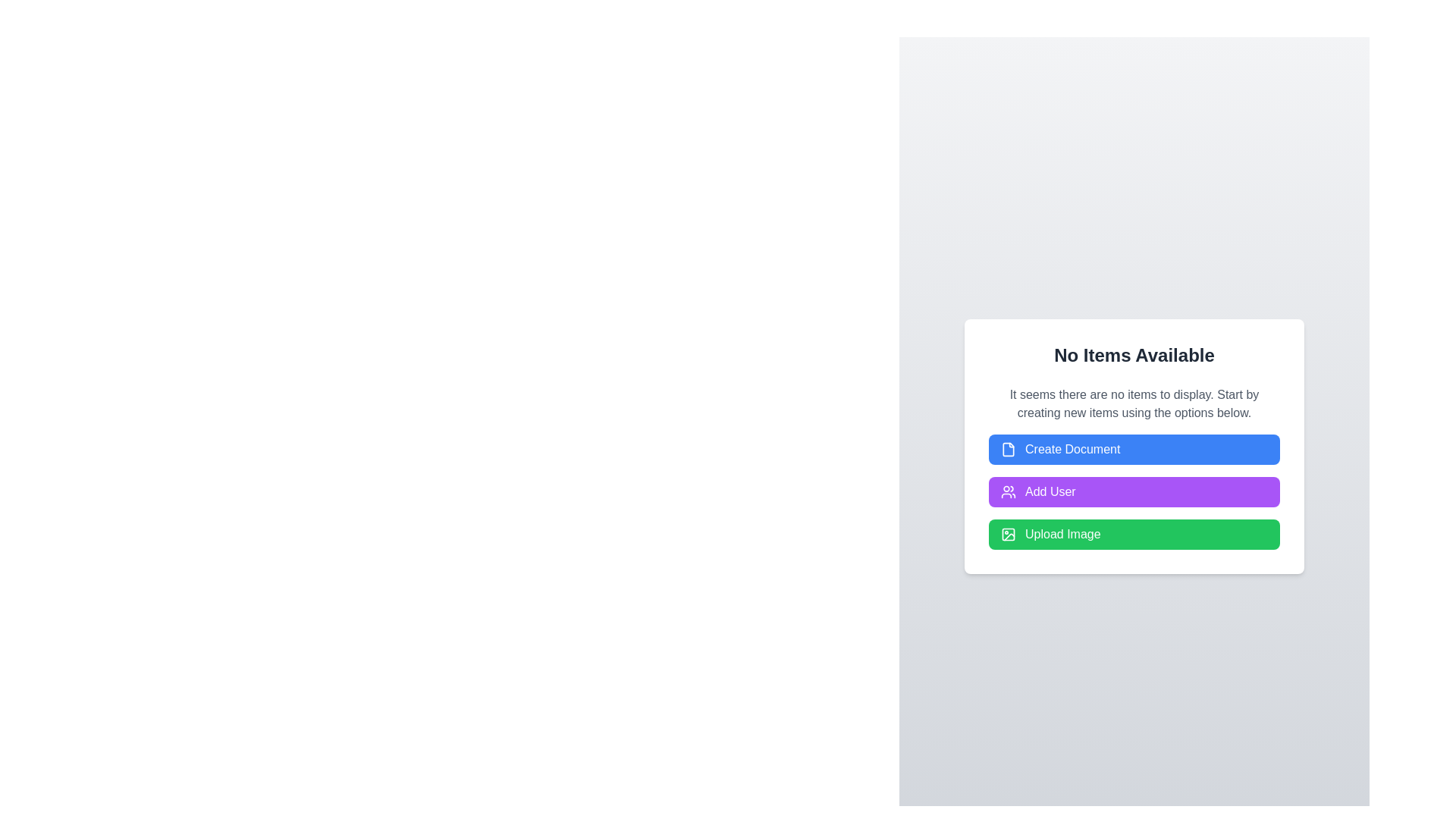 The height and width of the screenshot is (819, 1456). I want to click on the decorative icon next to the 'Create Document' button, which visually indicates the action of creating a document, so click(1008, 449).